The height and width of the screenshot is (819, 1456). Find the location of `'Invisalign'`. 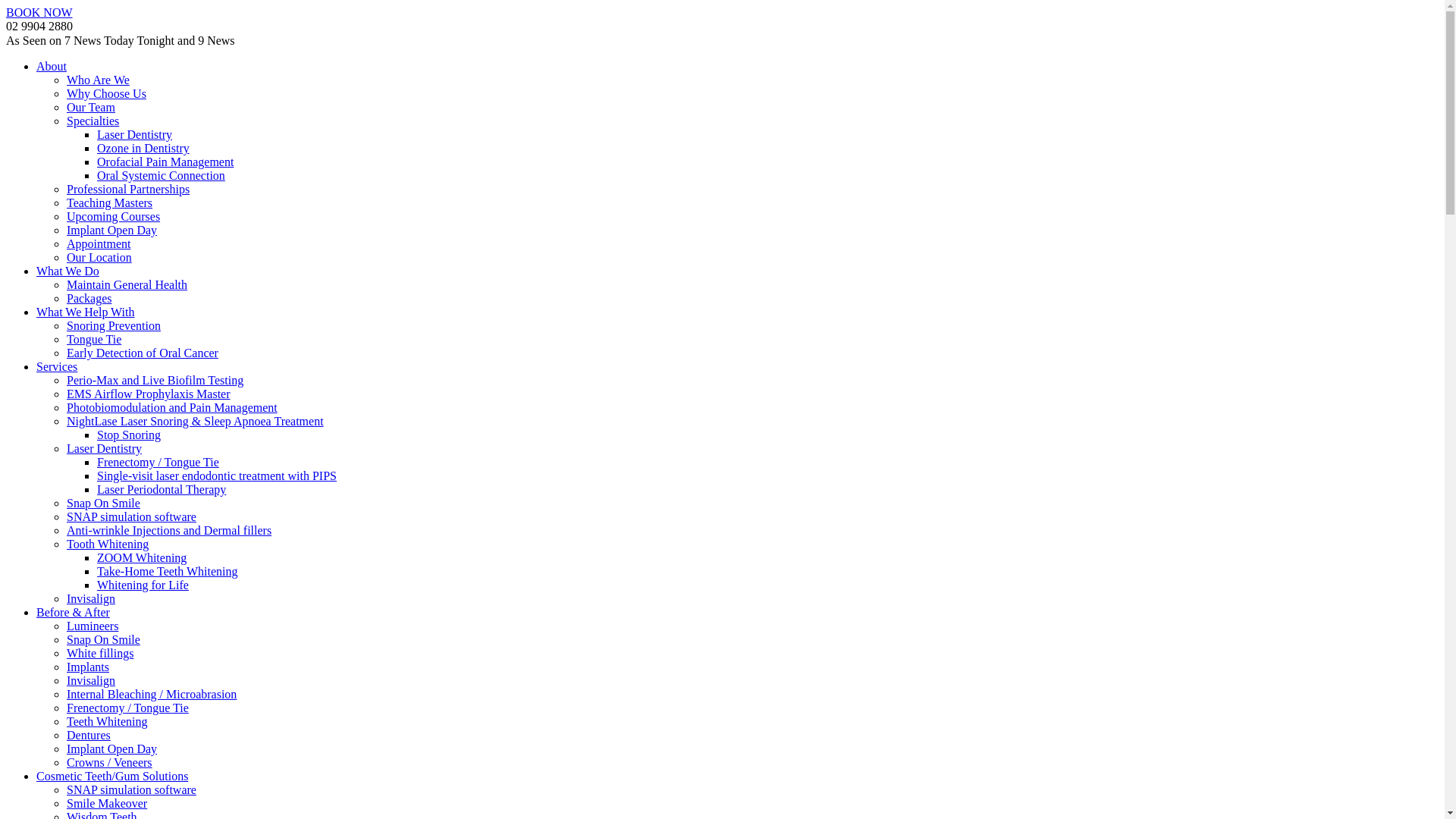

'Invisalign' is located at coordinates (65, 598).